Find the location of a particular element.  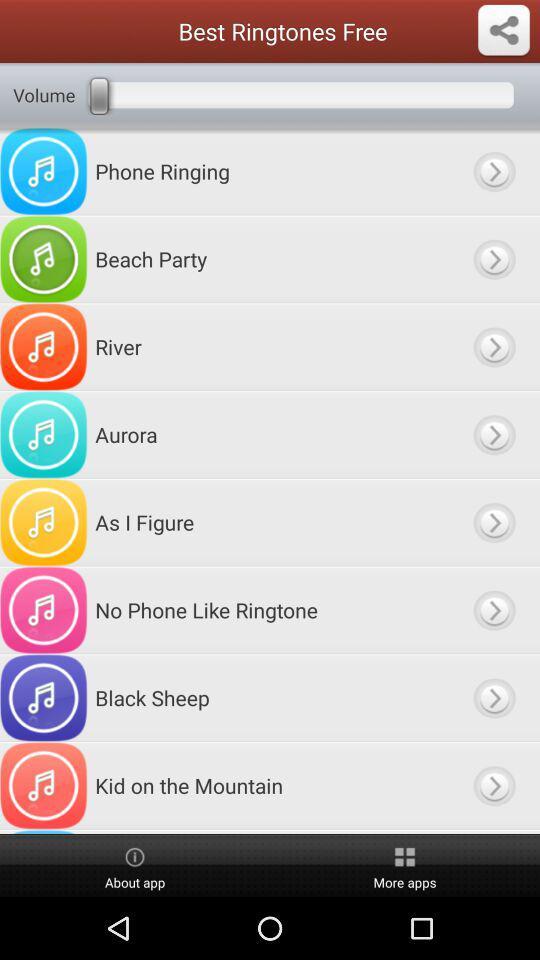

open beach party is located at coordinates (493, 258).